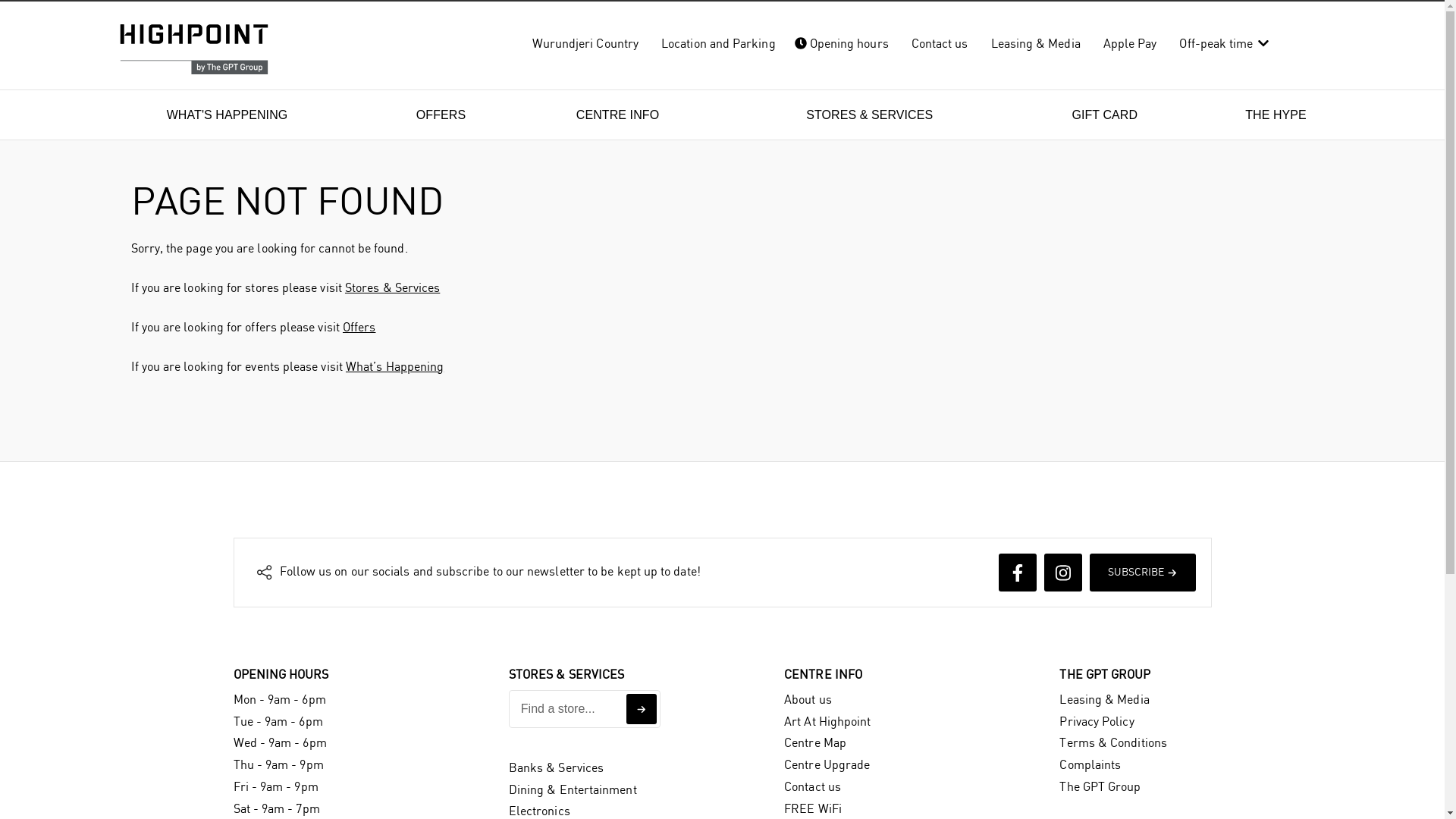  I want to click on 'CENTRE INFO', so click(618, 113).